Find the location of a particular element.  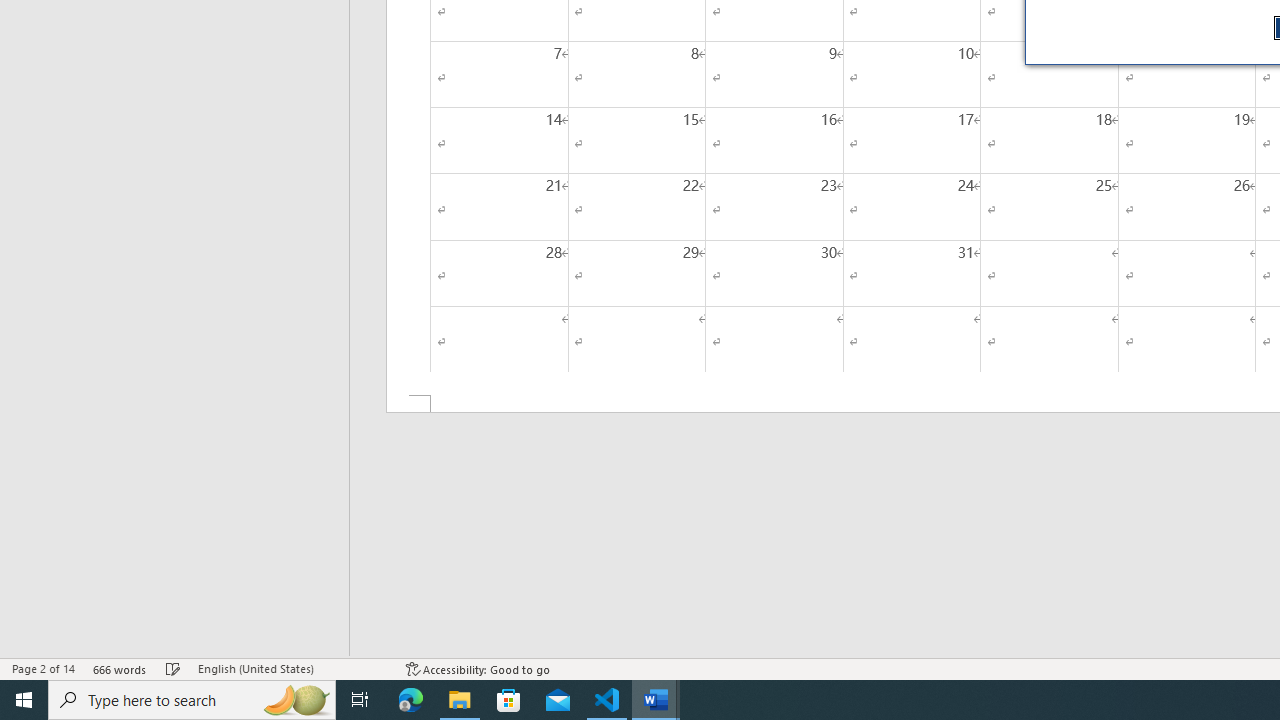

'Accessibility Checker Accessibility: Good to go' is located at coordinates (477, 669).